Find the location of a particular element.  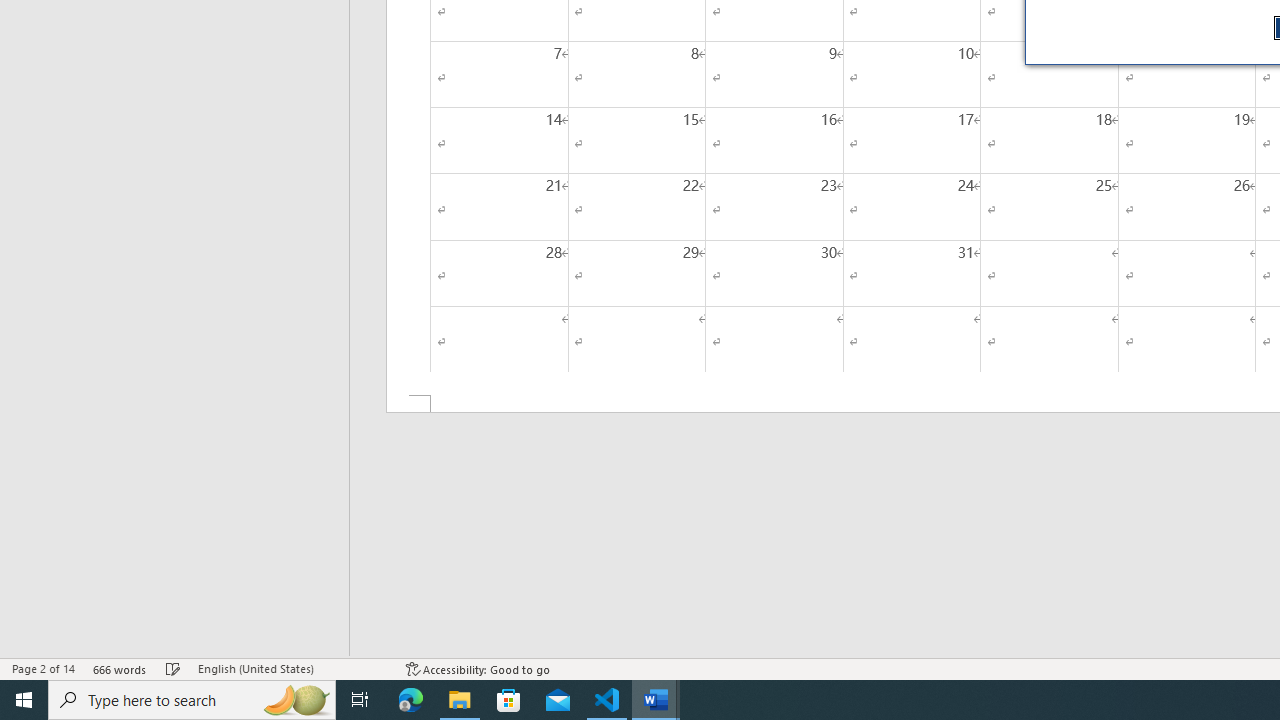

'Accessibility Checker Accessibility: Good to go' is located at coordinates (477, 669).